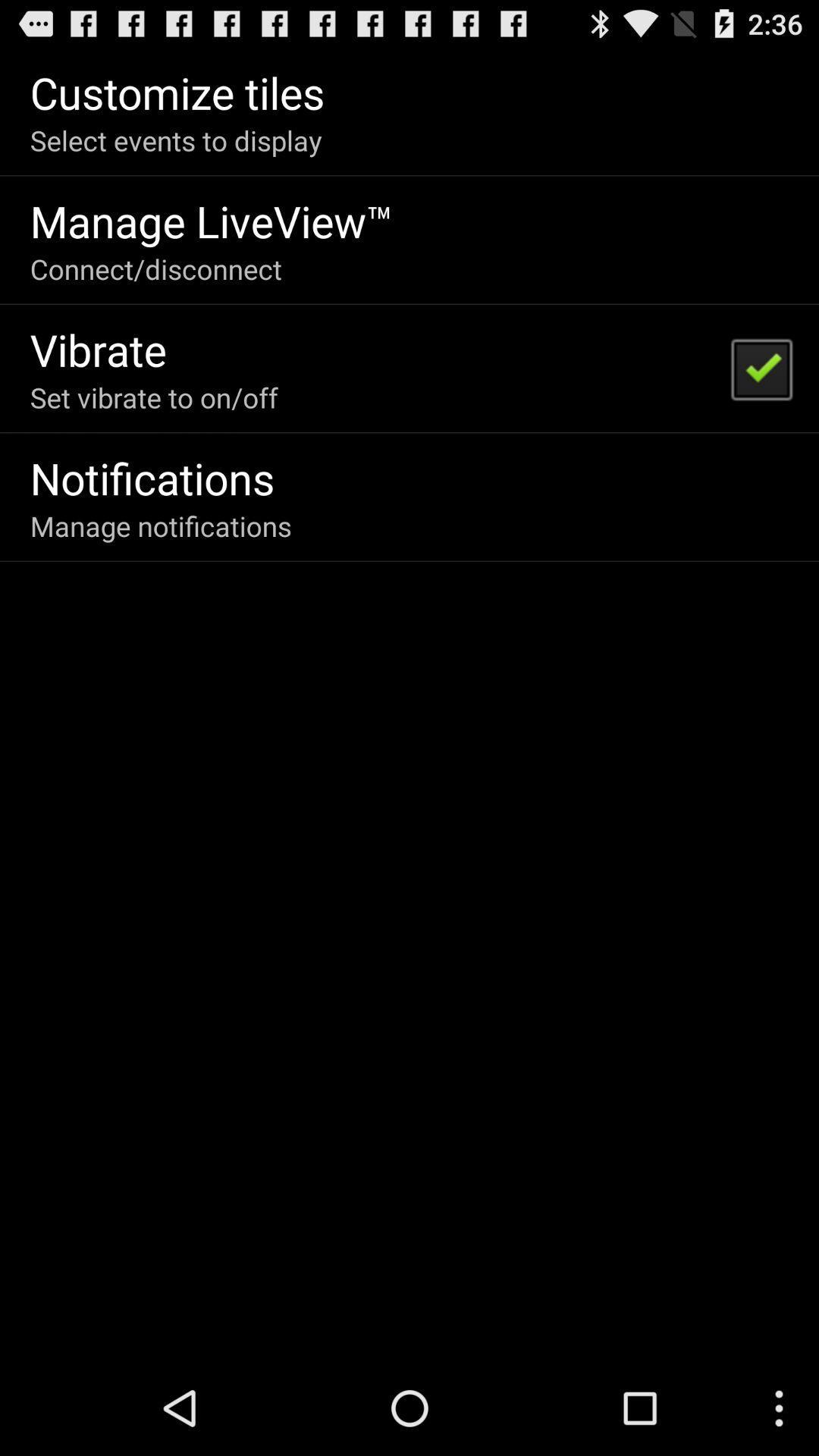 This screenshot has width=819, height=1456. Describe the element at coordinates (761, 368) in the screenshot. I see `icon to the right of the set vibrate to item` at that location.